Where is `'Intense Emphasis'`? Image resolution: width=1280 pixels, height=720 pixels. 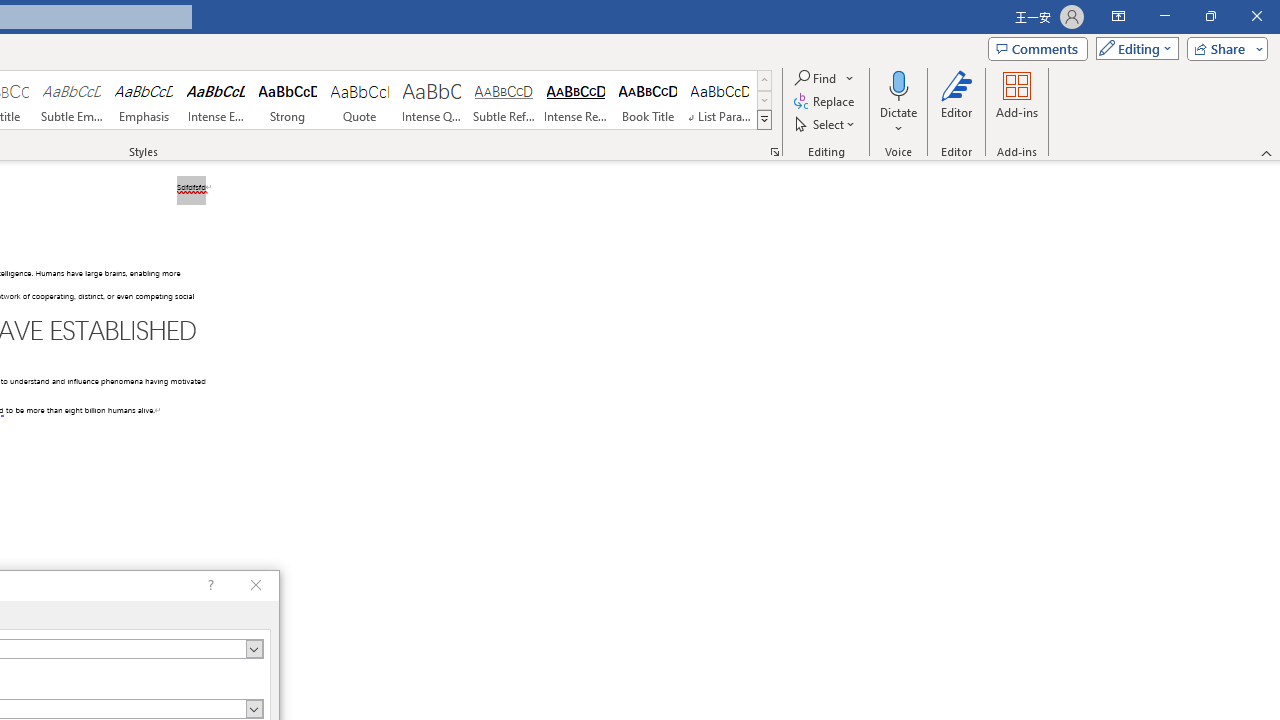 'Intense Emphasis' is located at coordinates (216, 100).